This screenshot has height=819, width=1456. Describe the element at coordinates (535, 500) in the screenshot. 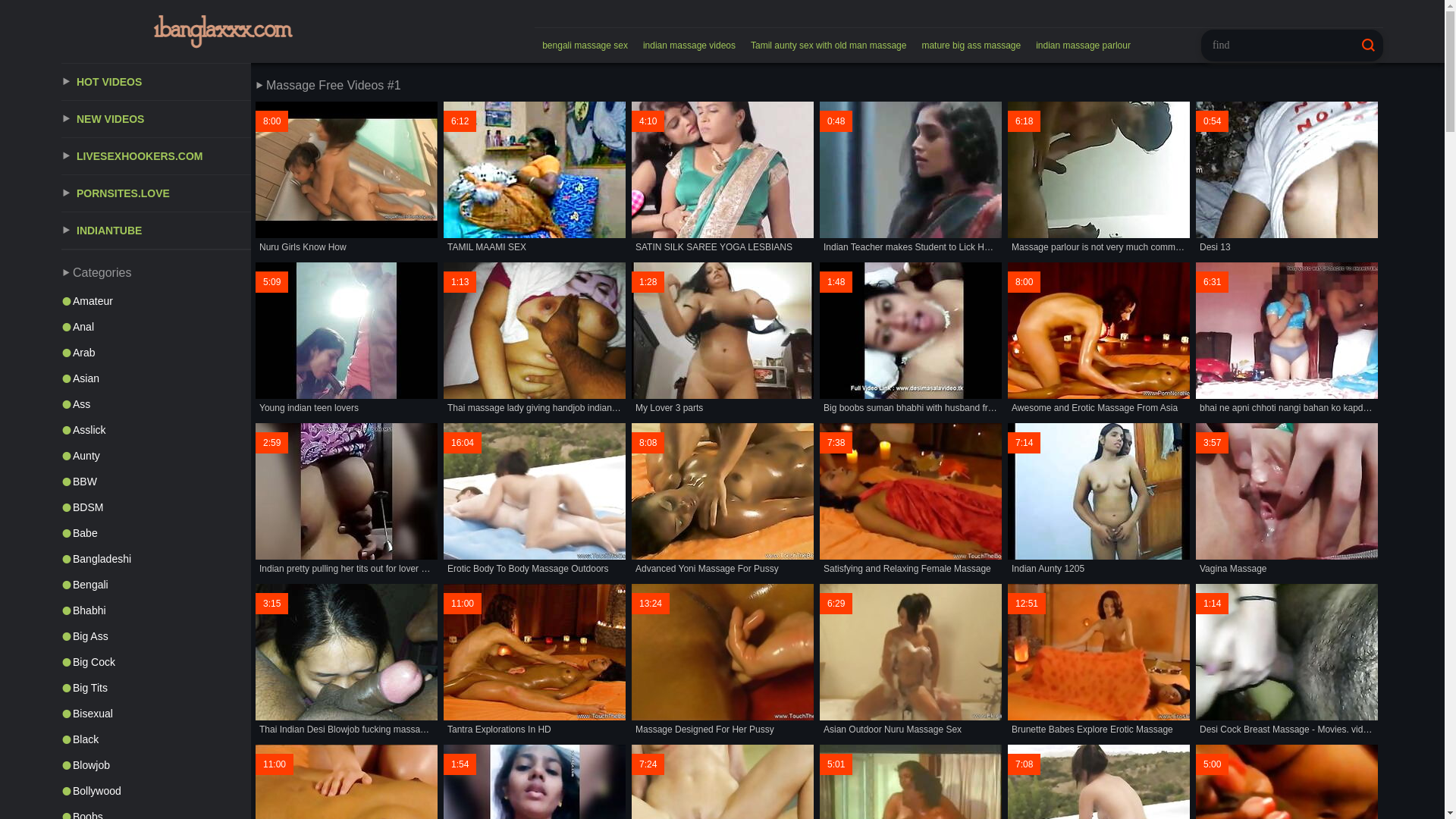

I see `'16:04` at that location.